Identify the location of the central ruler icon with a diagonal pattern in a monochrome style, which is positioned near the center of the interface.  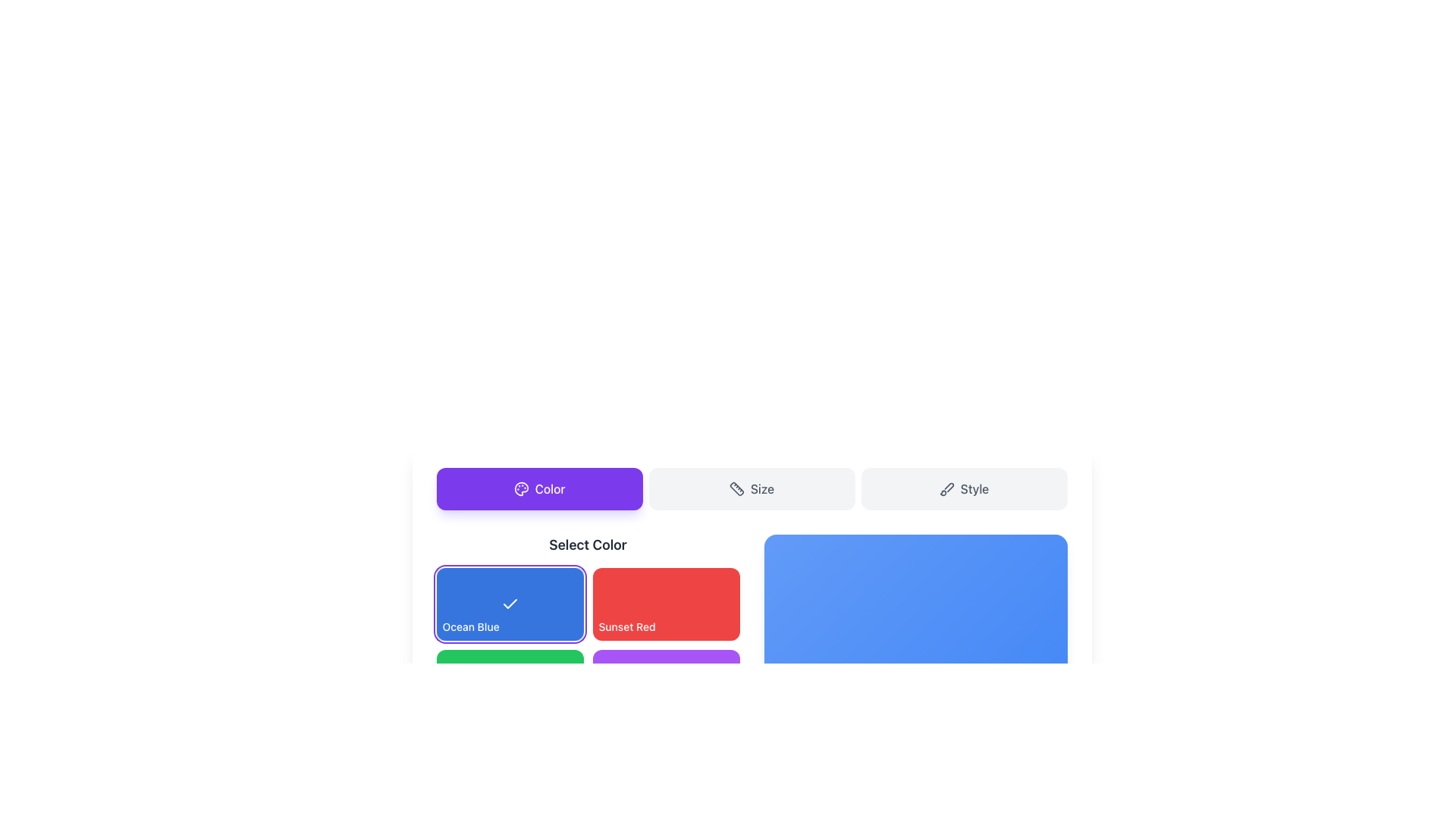
(736, 488).